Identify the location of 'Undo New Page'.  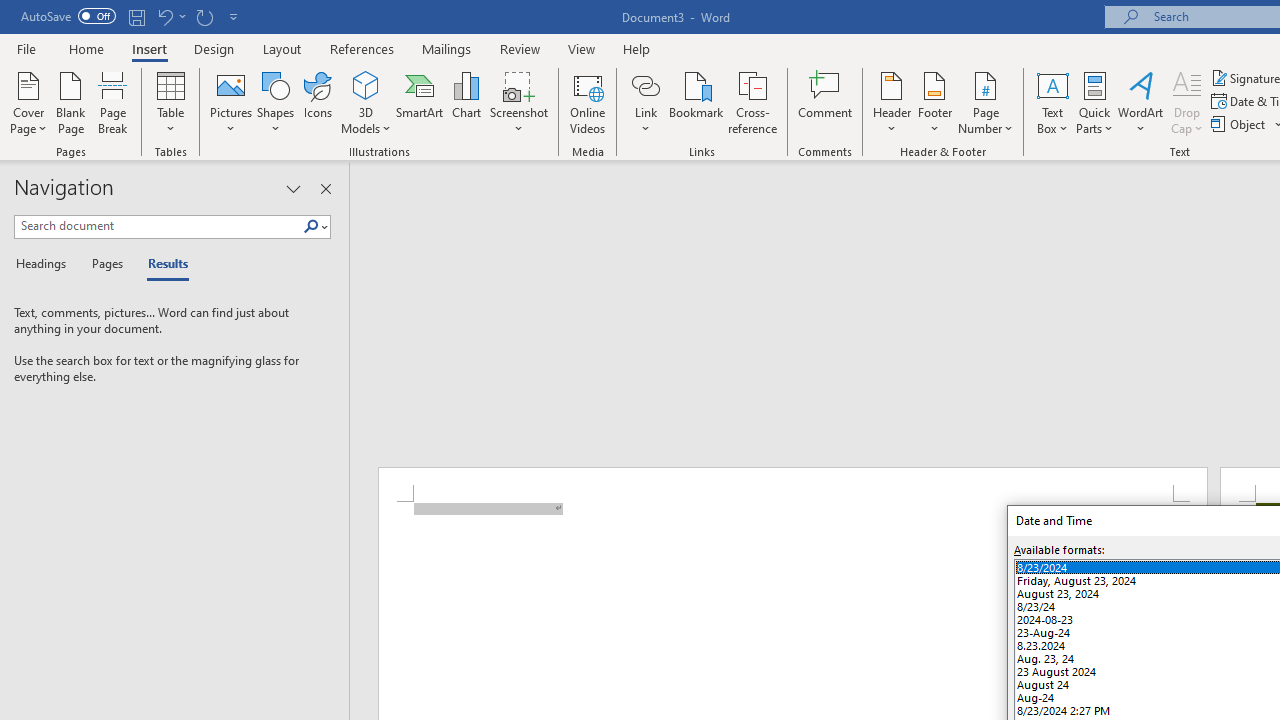
(170, 16).